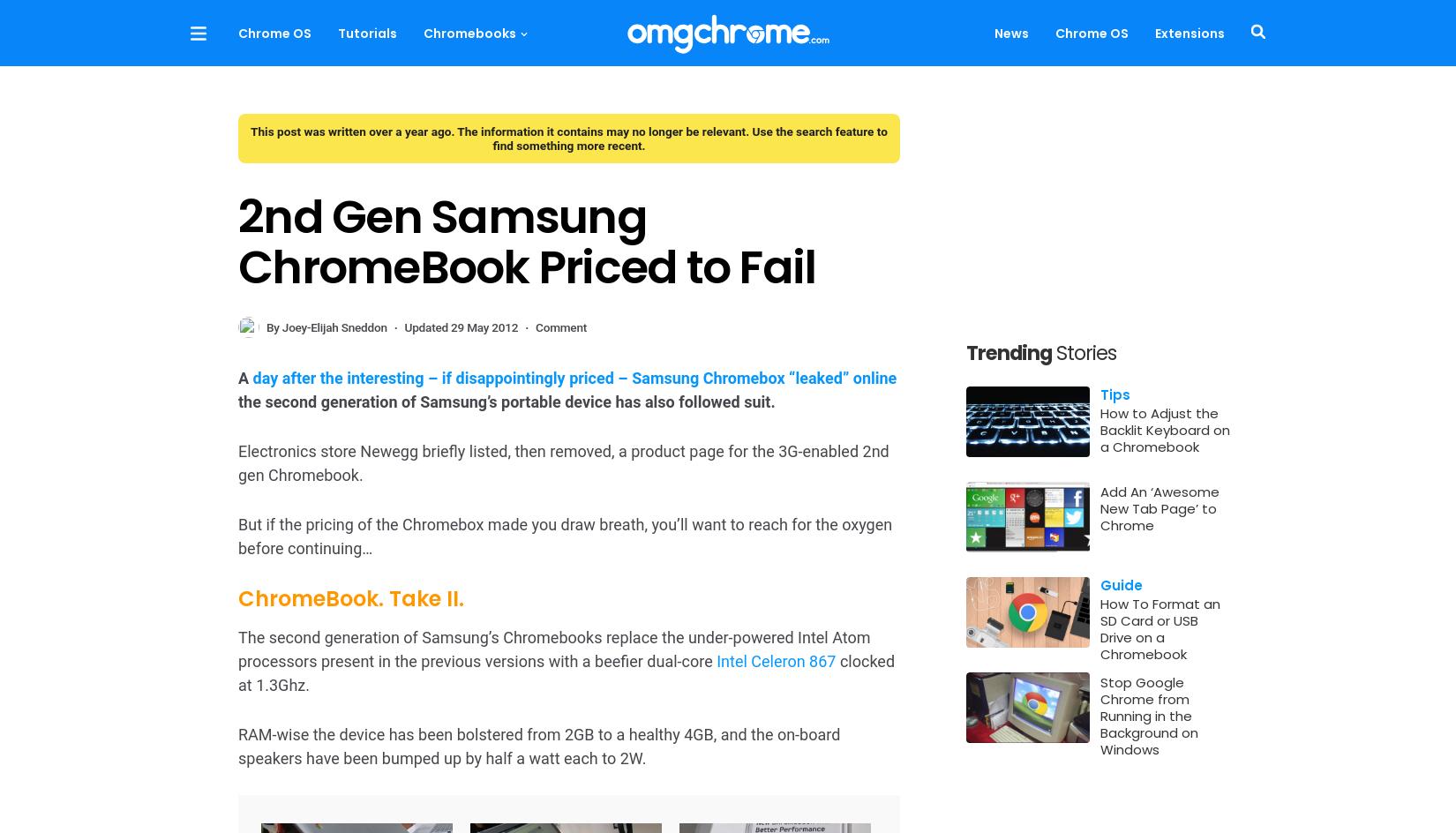 The height and width of the screenshot is (833, 1456). Describe the element at coordinates (237, 512) in the screenshot. I see `'No mention is made of any external connectivity by way of a HDMI or VGA port (the latter of which was available on the Samsung Series 5 by way of a micro-adapter).'` at that location.